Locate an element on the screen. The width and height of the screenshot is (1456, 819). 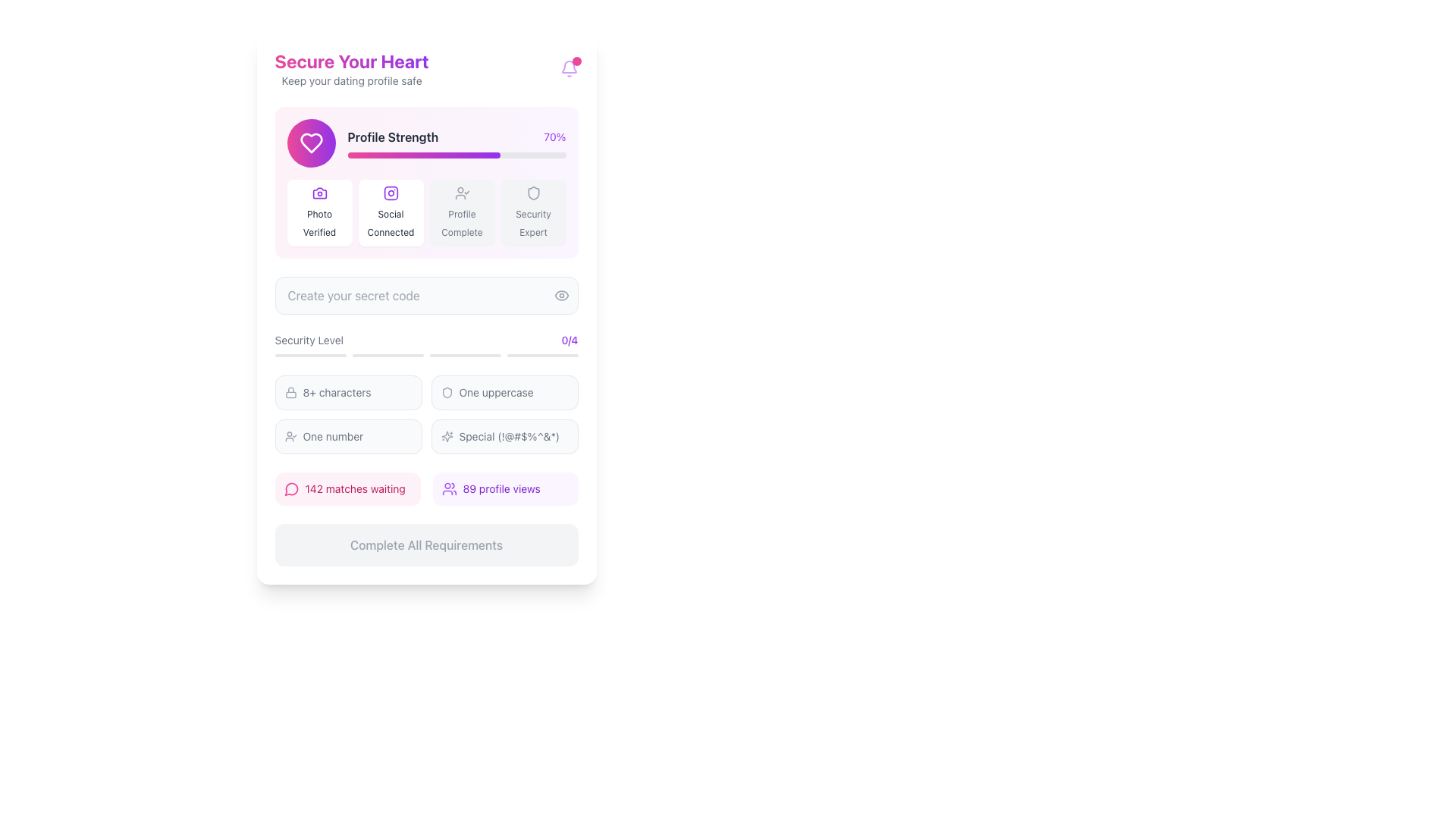
the eye-shaped icon located on the right side of the password input field labeled 'Create your secret code' is located at coordinates (560, 295).